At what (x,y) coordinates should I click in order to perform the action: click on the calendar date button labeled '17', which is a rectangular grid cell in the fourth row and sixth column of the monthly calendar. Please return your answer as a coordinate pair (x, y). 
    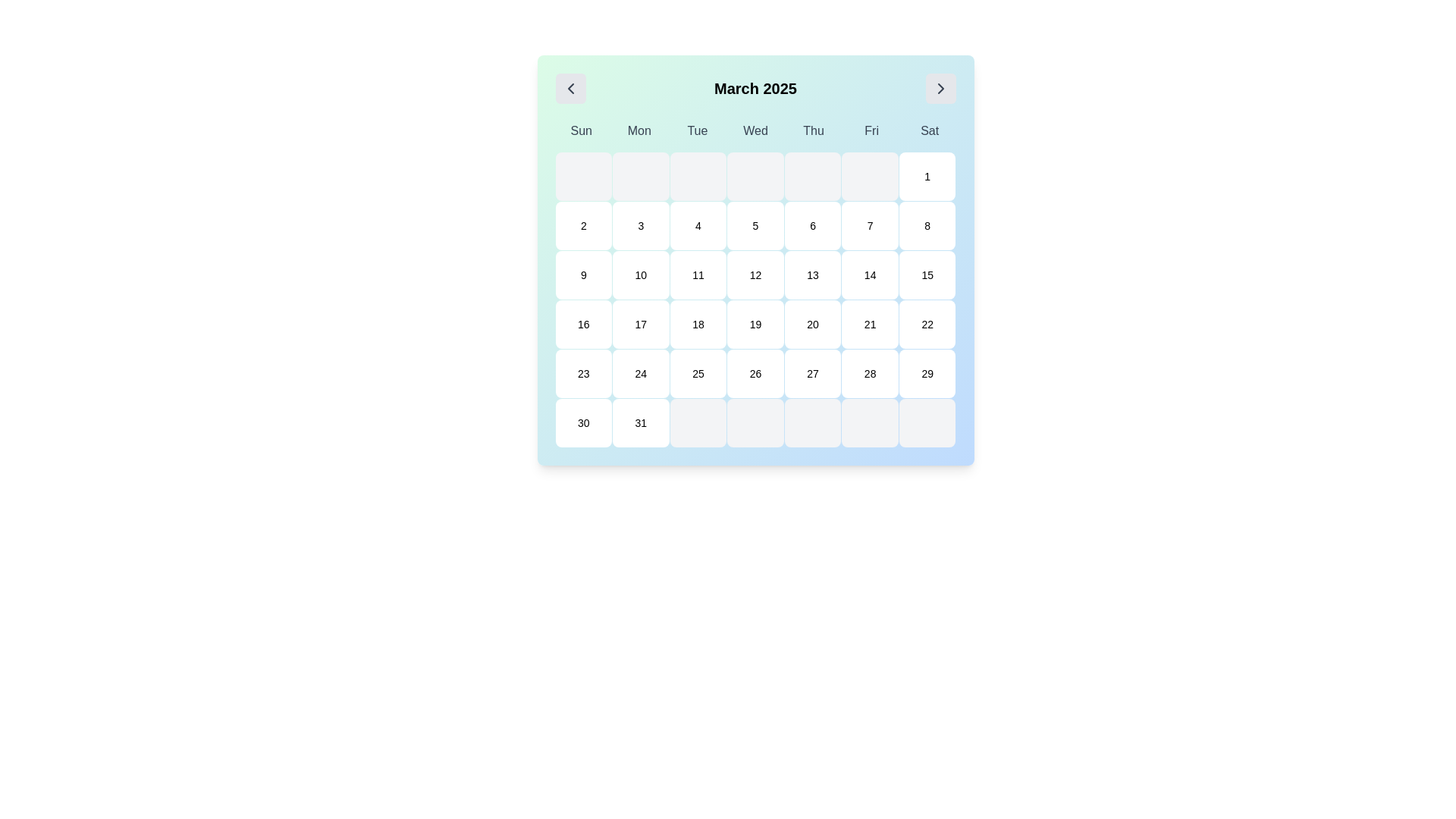
    Looking at the image, I should click on (641, 324).